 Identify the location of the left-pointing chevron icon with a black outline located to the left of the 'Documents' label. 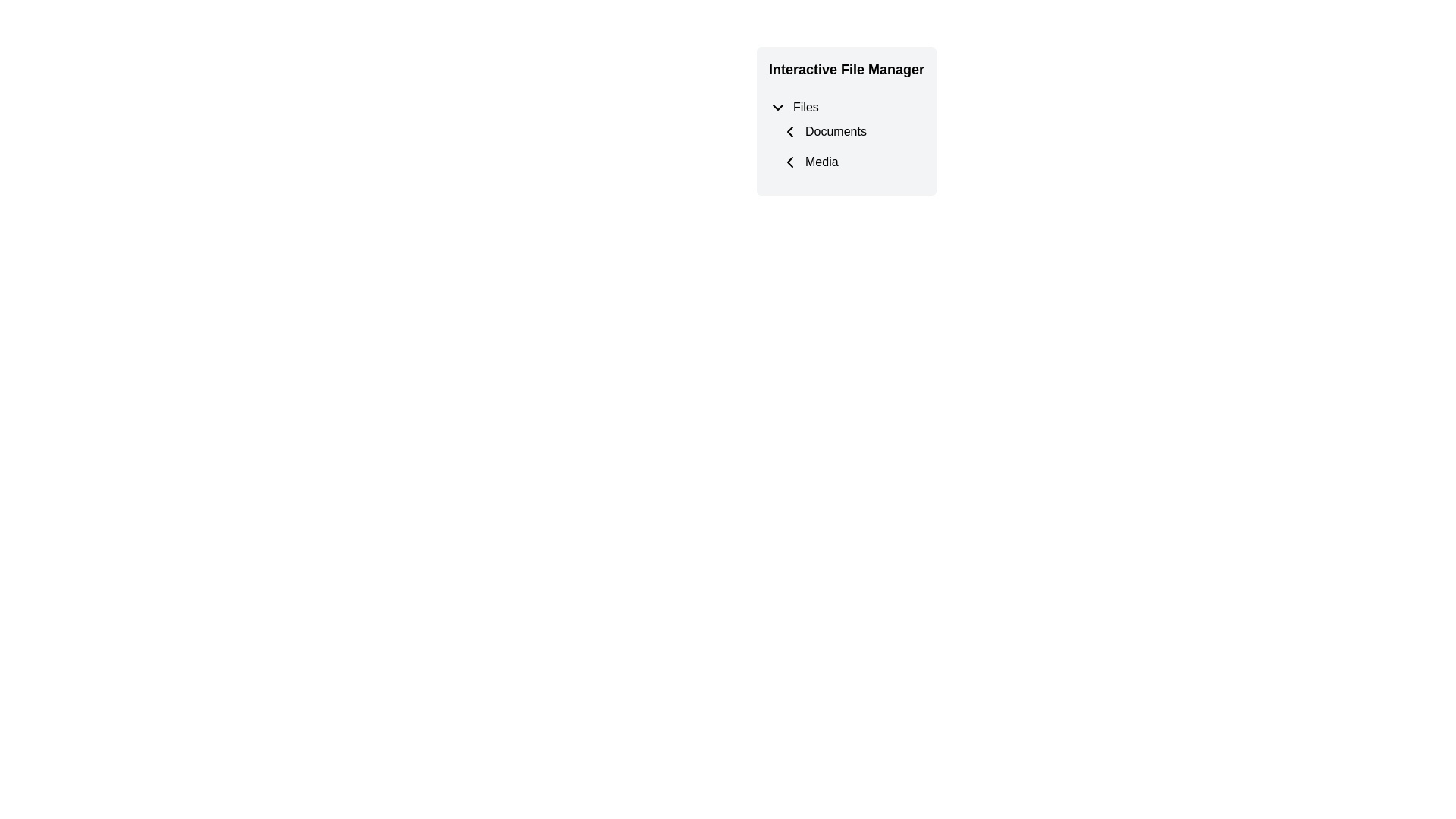
(789, 130).